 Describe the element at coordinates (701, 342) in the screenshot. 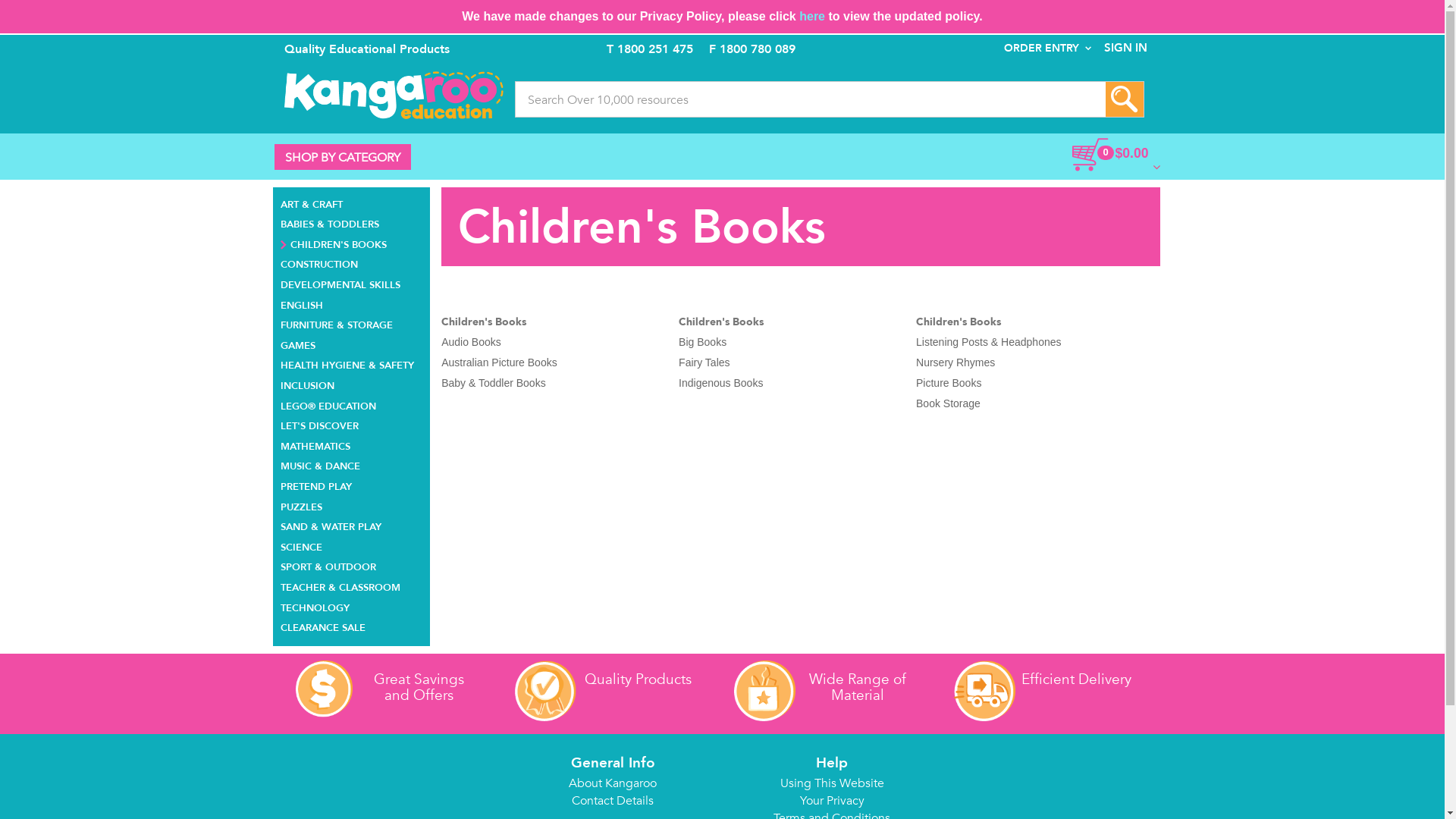

I see `'Big Books'` at that location.